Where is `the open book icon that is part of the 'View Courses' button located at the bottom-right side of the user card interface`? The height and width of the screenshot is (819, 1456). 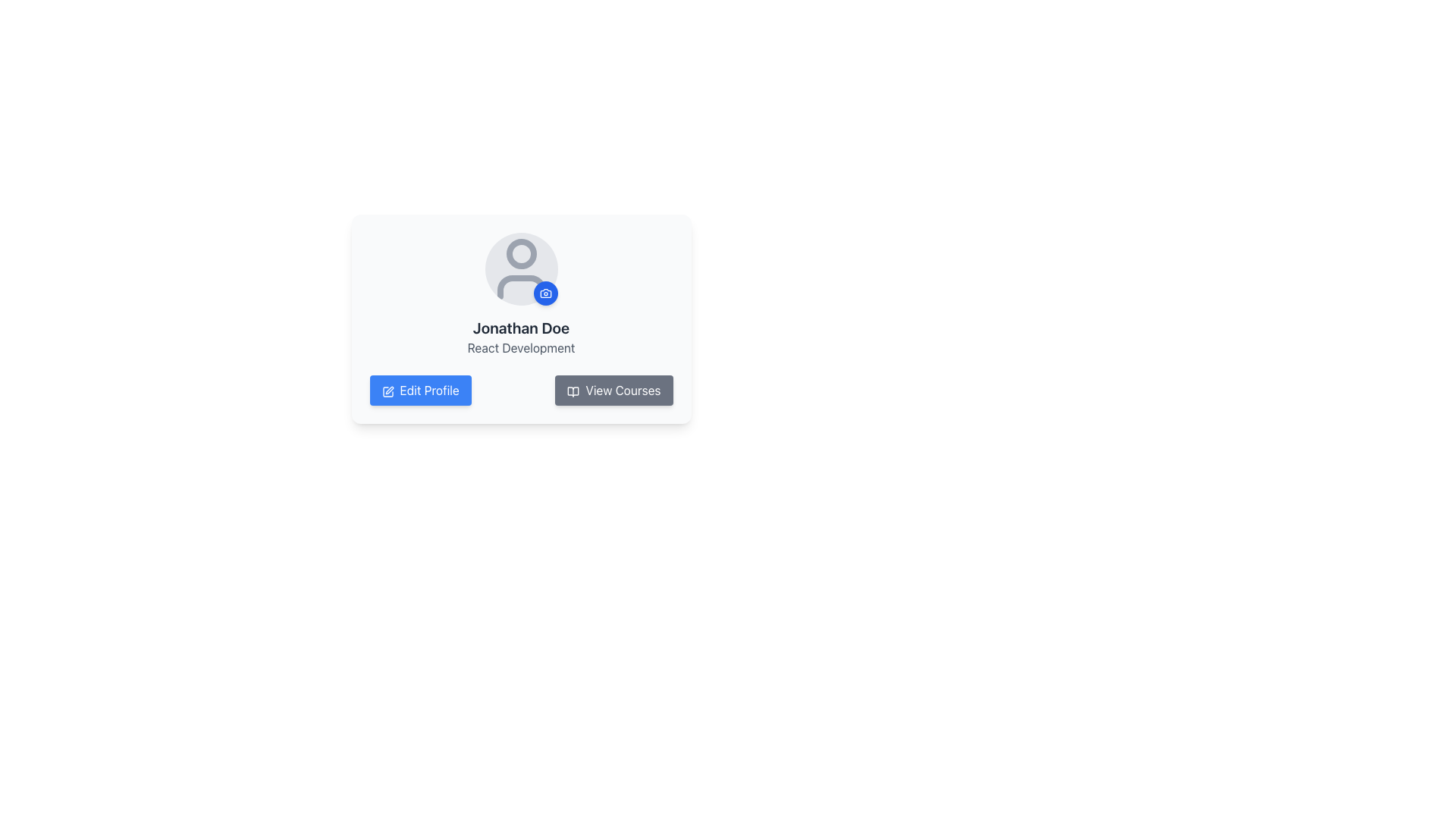 the open book icon that is part of the 'View Courses' button located at the bottom-right side of the user card interface is located at coordinates (573, 391).